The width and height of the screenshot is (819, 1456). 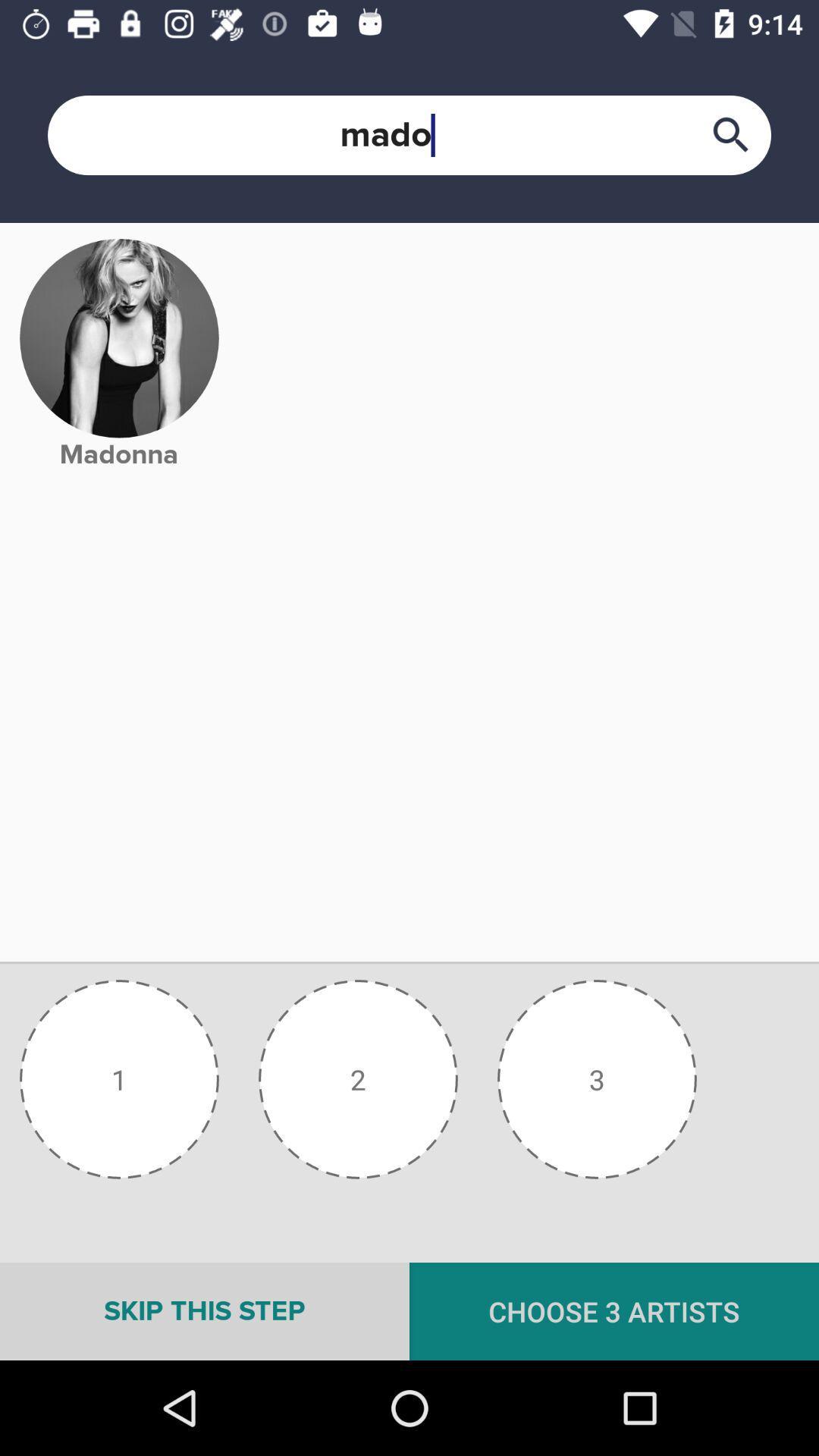 What do you see at coordinates (205, 1310) in the screenshot?
I see `the skip this step` at bounding box center [205, 1310].